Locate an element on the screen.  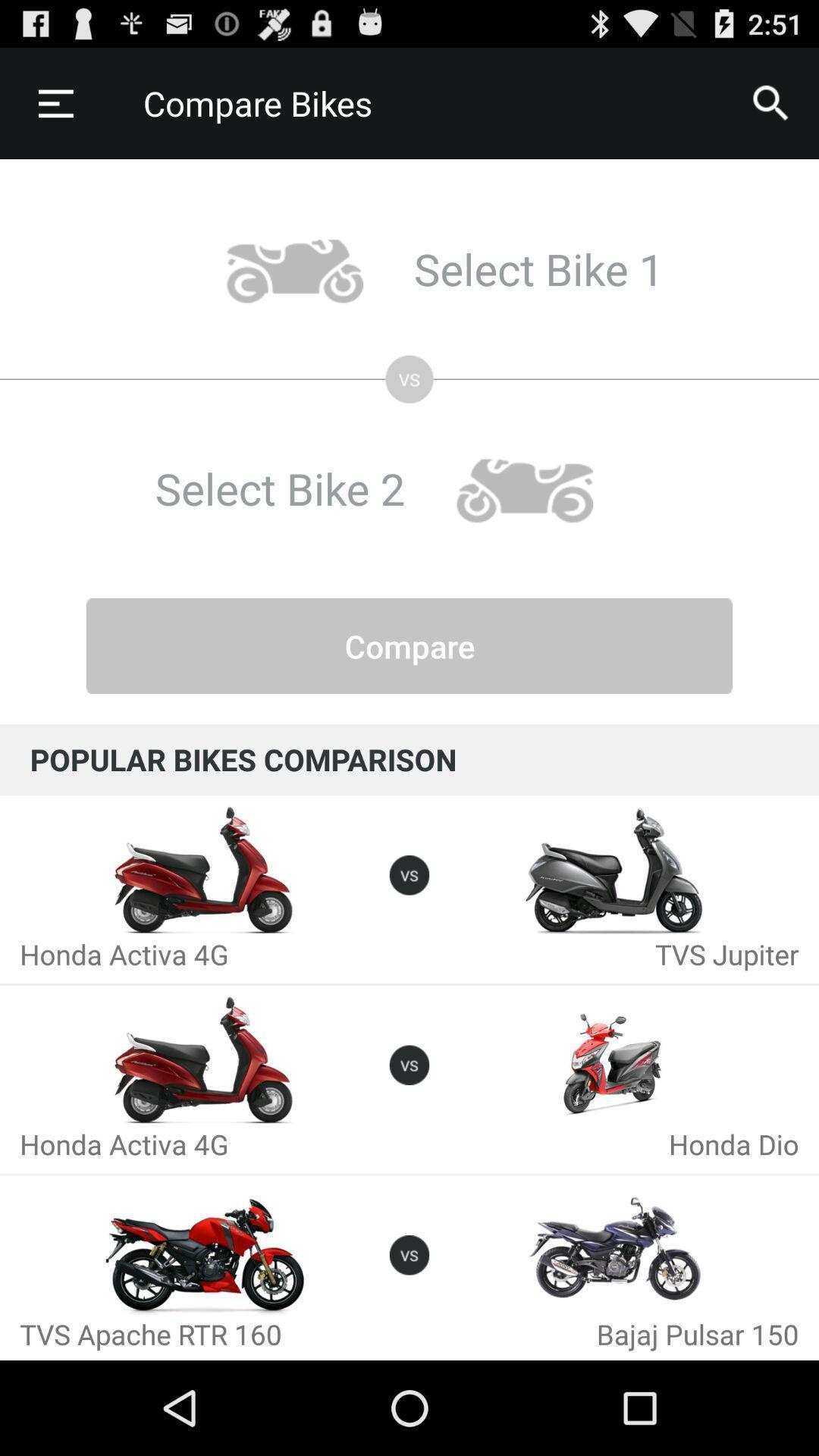
icon next to compare bikes icon is located at coordinates (771, 102).